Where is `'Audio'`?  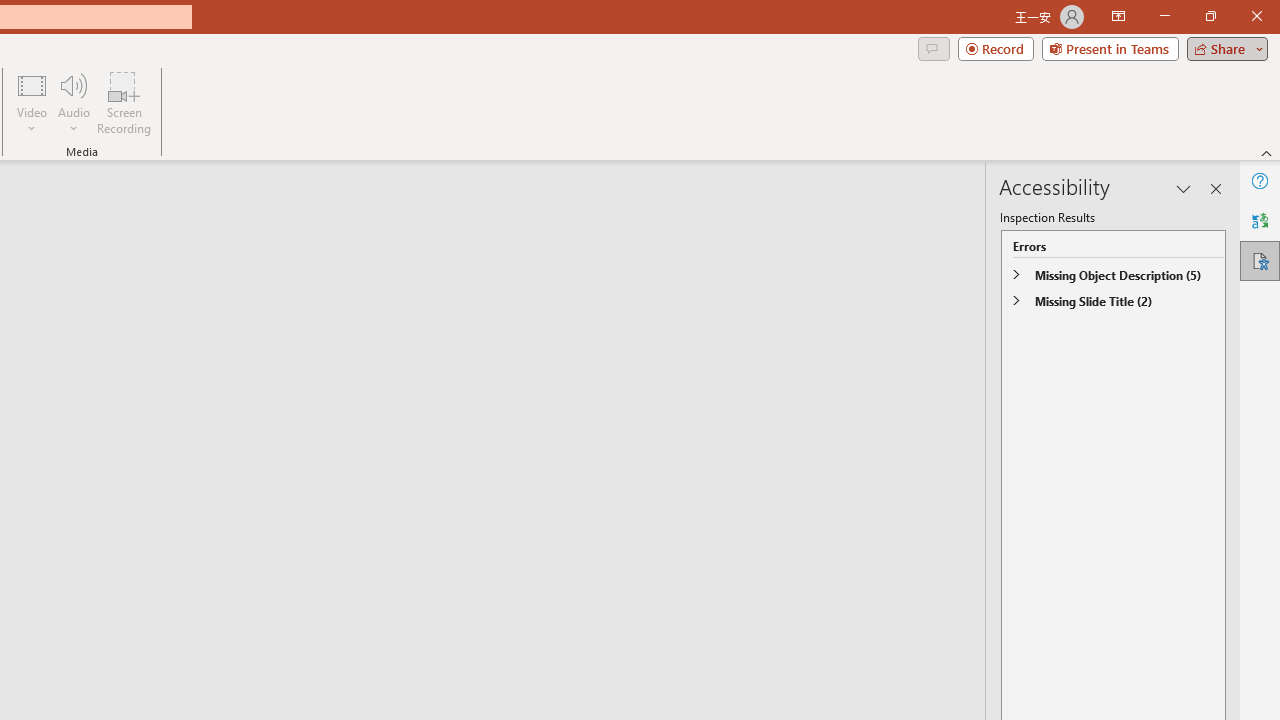
'Audio' is located at coordinates (73, 103).